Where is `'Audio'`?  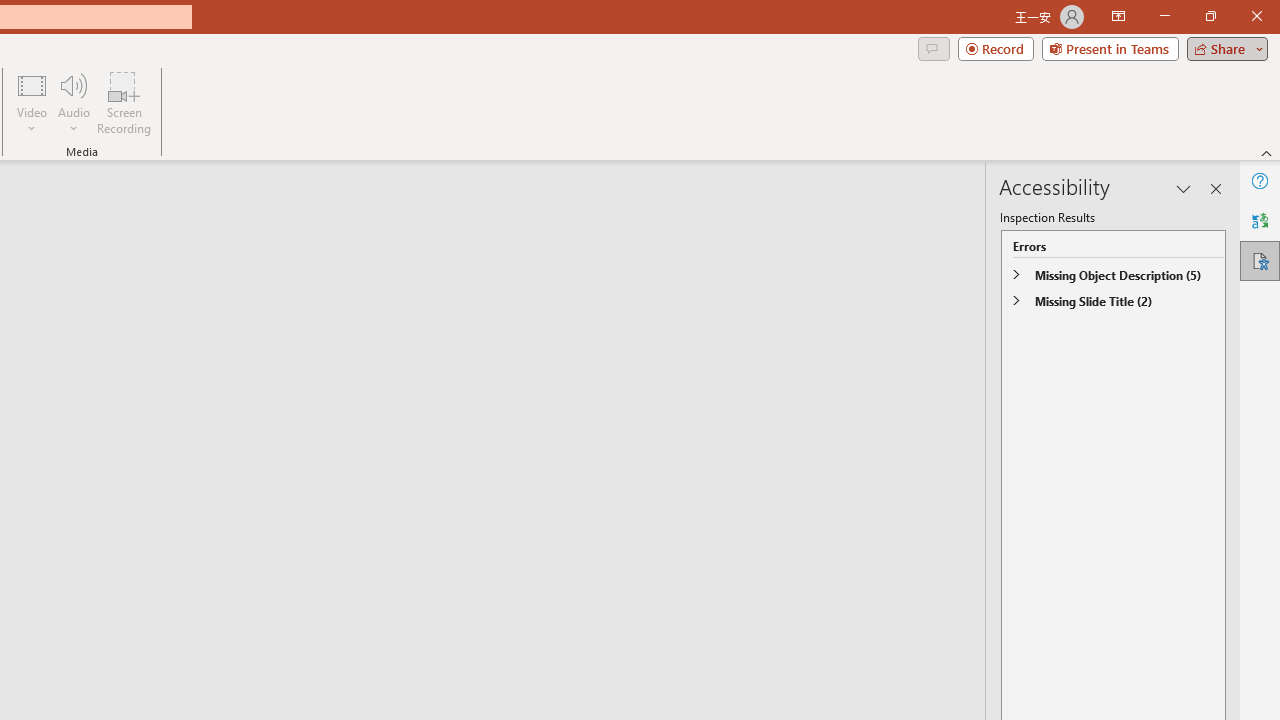
'Audio' is located at coordinates (73, 103).